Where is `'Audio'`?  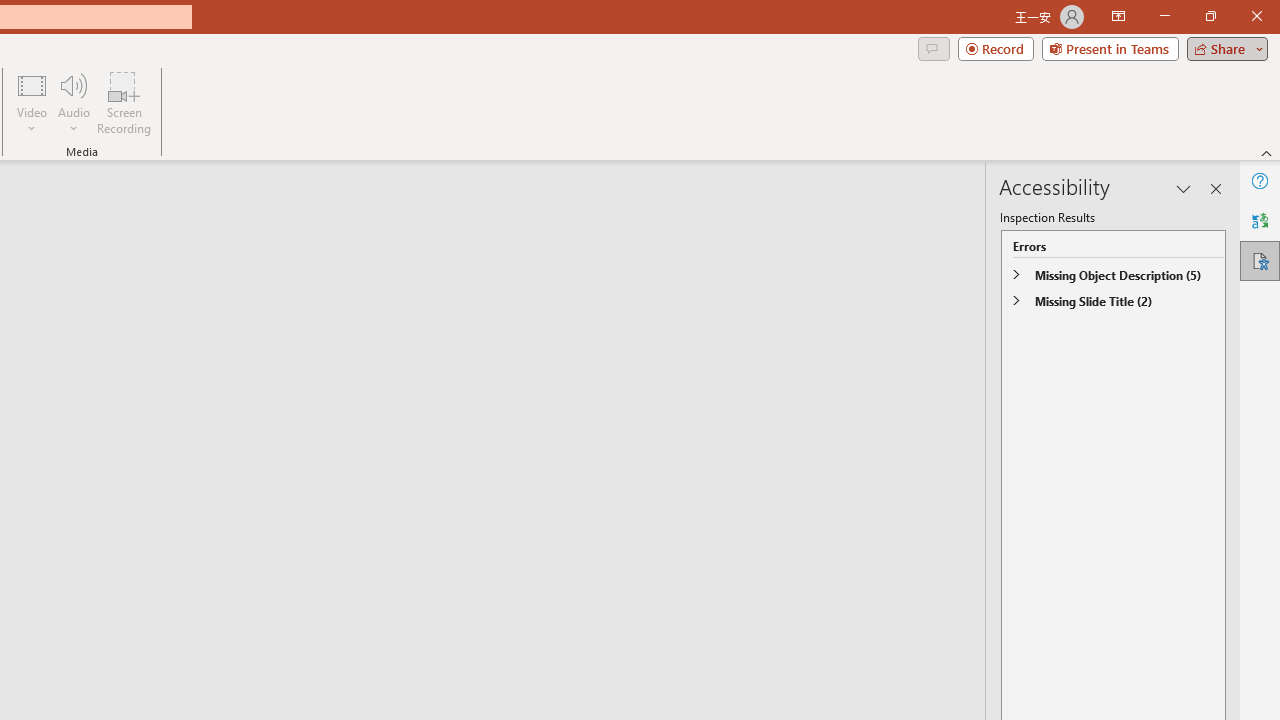
'Audio' is located at coordinates (73, 103).